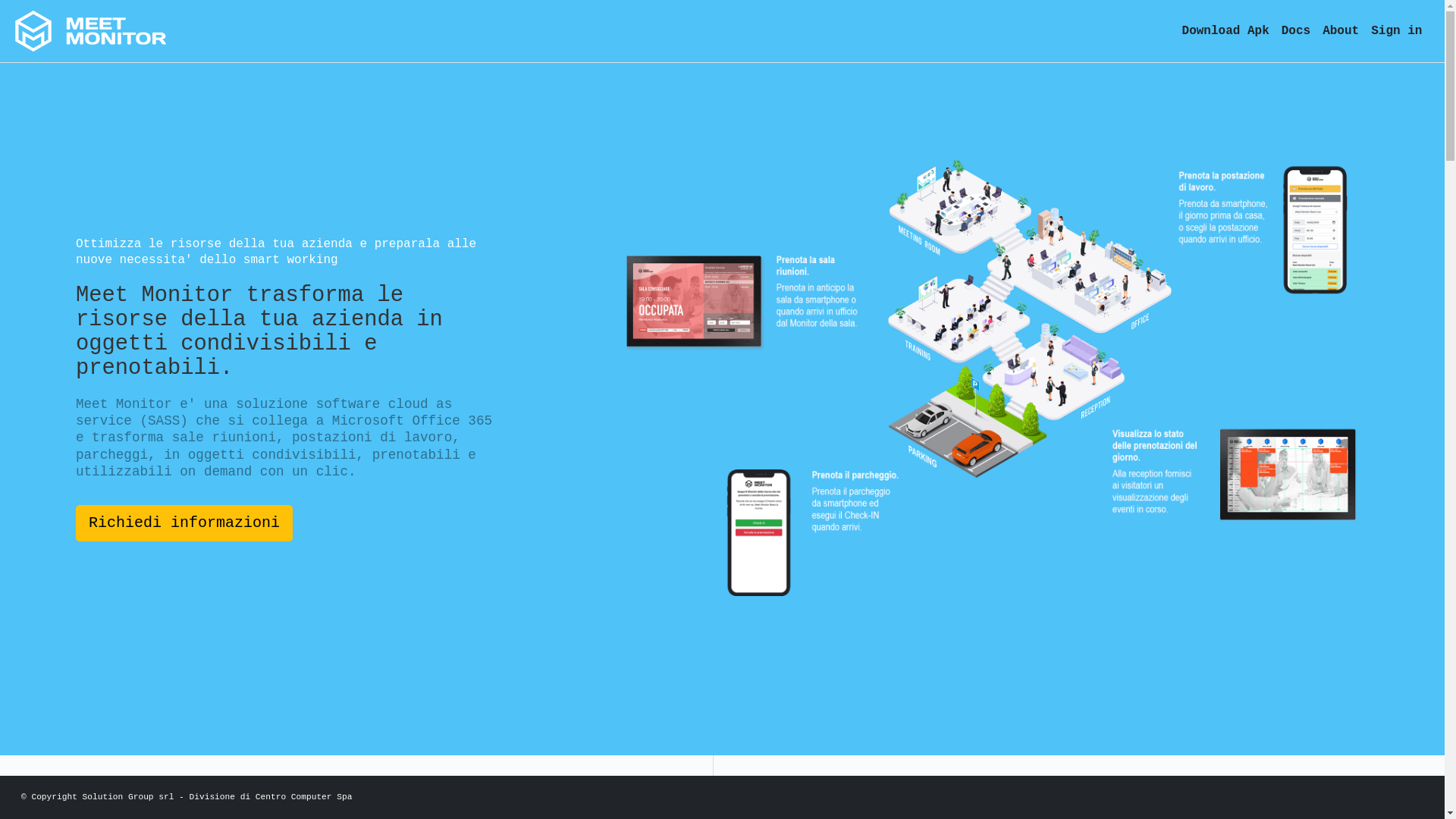  Describe the element at coordinates (1399, 31) in the screenshot. I see `'Sign in '` at that location.